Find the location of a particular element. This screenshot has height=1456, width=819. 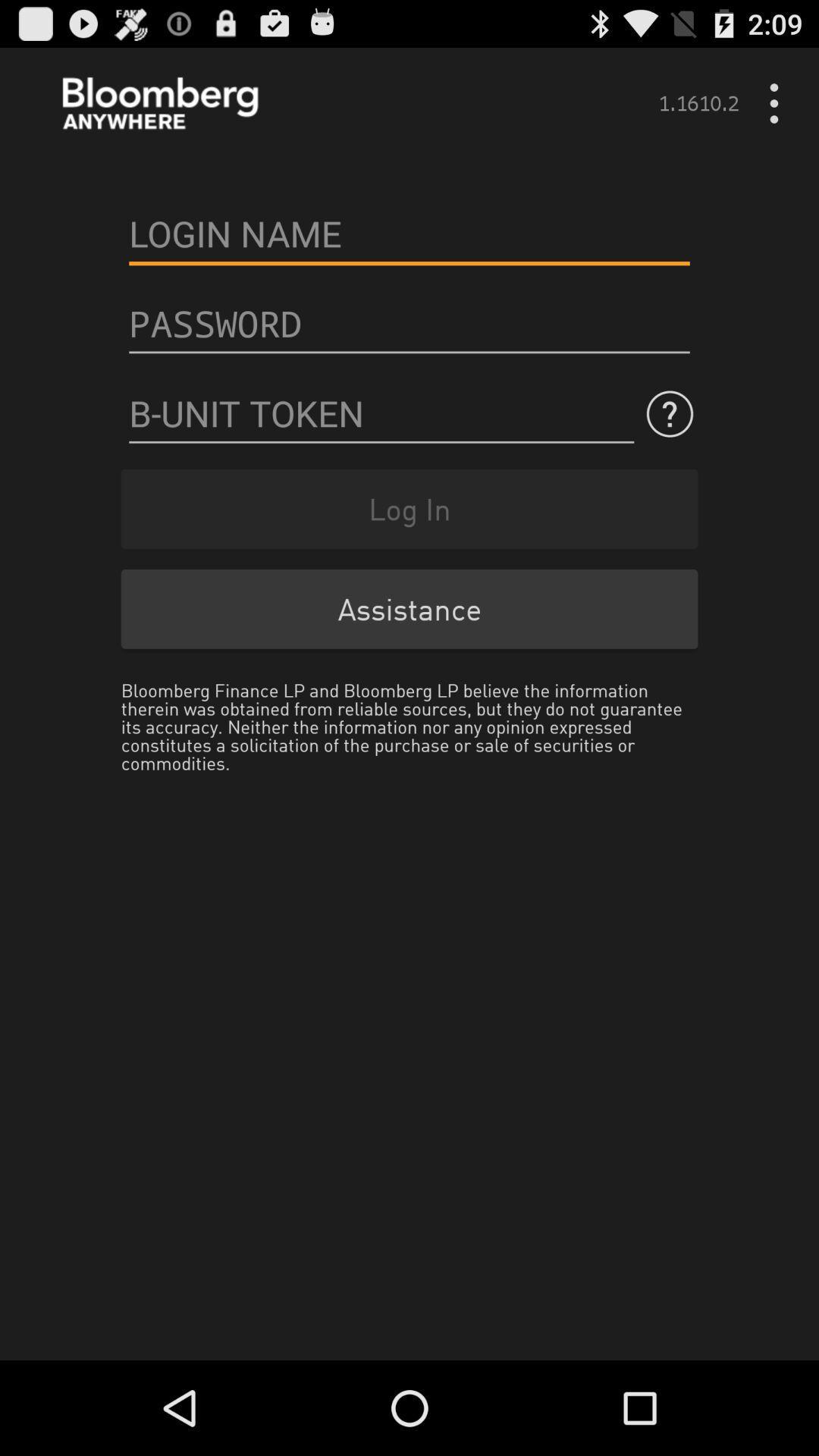

log in icon is located at coordinates (409, 509).